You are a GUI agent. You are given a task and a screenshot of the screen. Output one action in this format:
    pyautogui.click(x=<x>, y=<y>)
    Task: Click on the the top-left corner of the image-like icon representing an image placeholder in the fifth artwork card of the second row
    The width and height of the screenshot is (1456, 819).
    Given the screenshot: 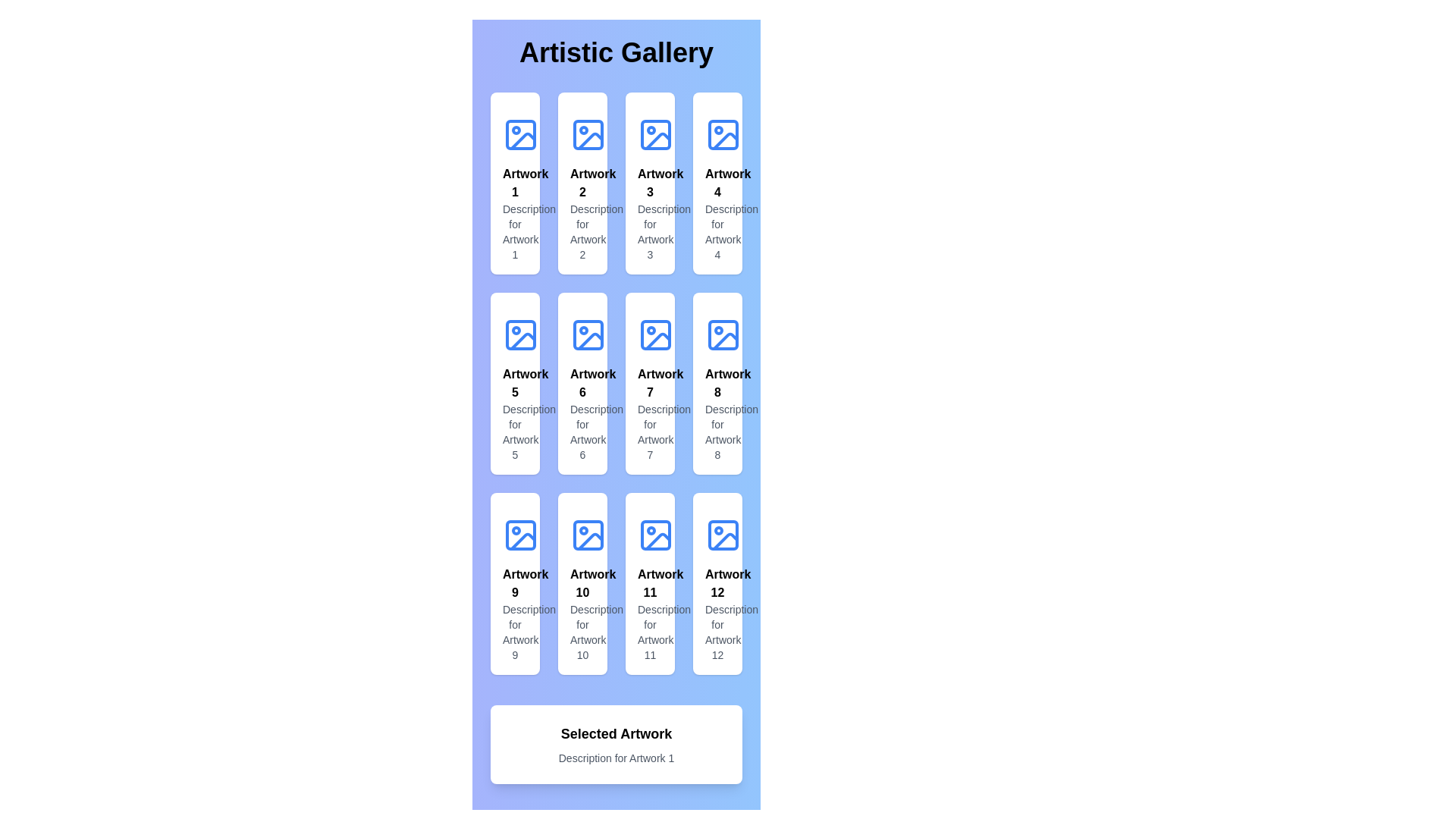 What is the action you would take?
    pyautogui.click(x=520, y=334)
    